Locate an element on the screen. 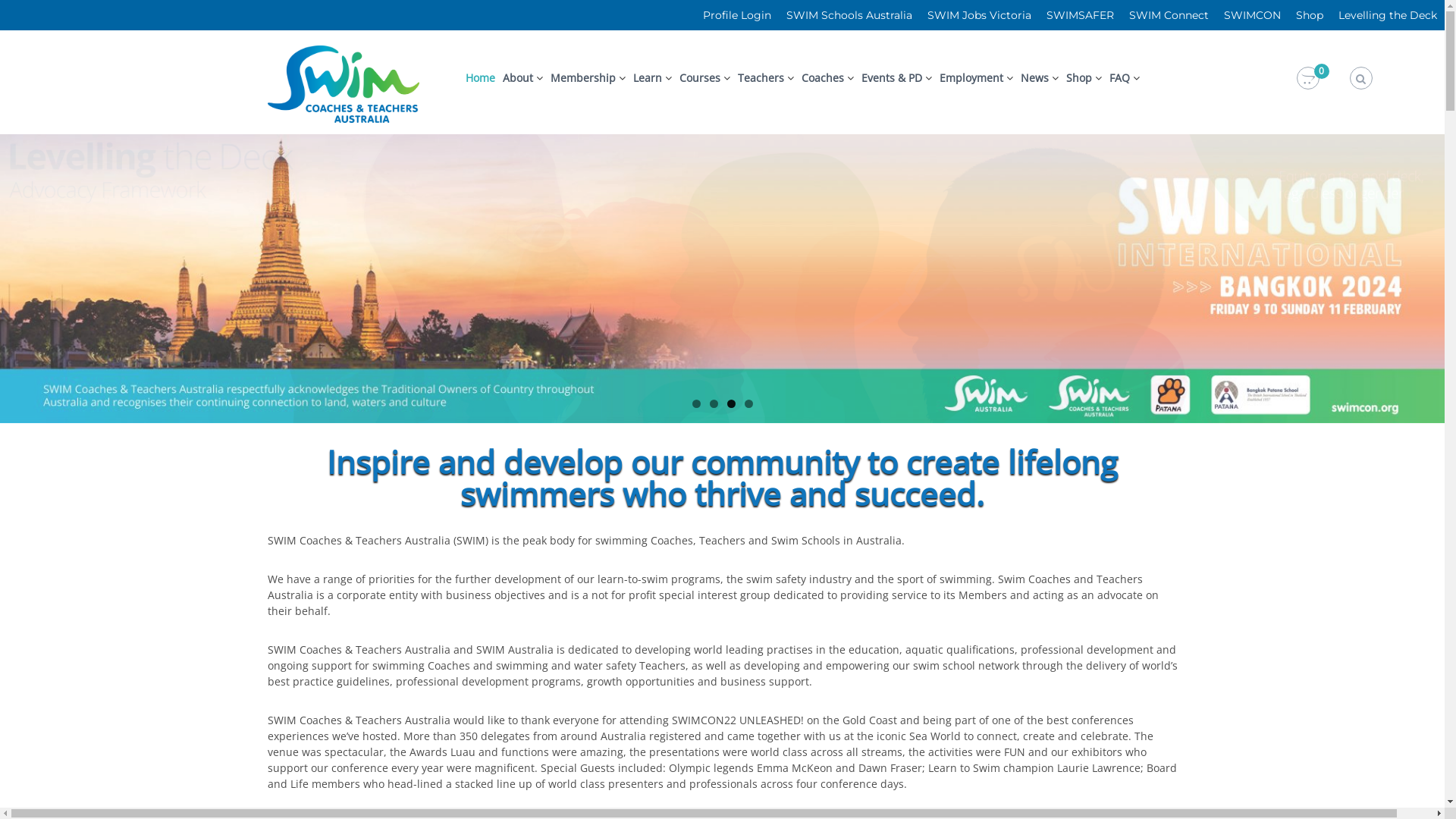  '1' is located at coordinates (695, 403).